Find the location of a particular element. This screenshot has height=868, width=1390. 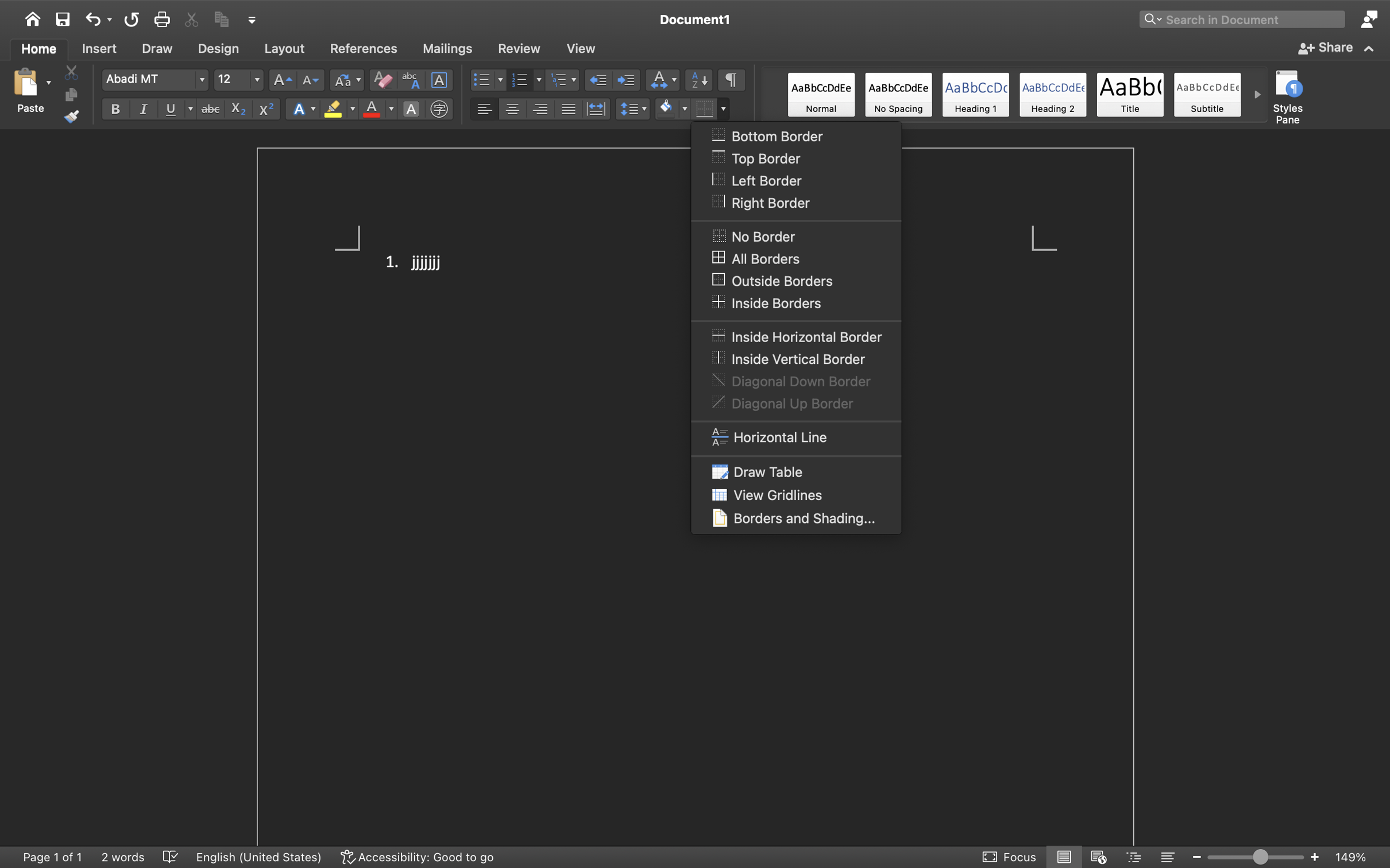

'12' is located at coordinates (238, 80).